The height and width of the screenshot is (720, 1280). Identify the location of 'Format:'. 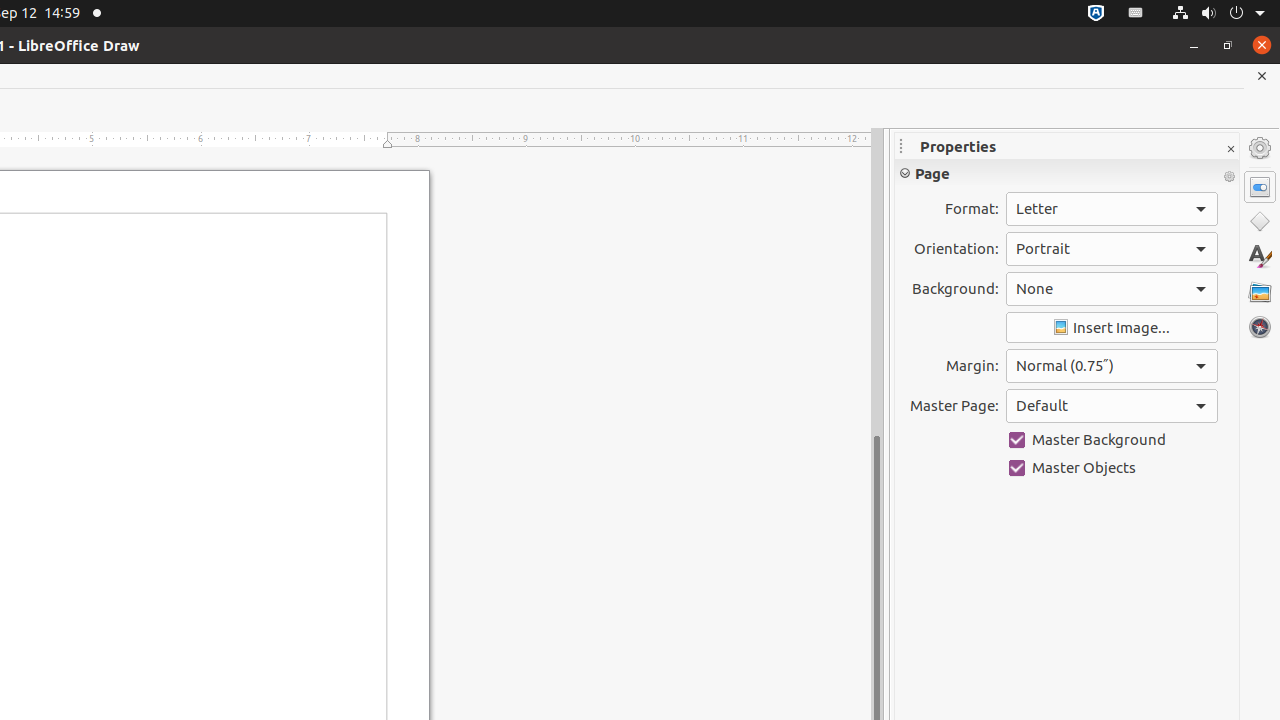
(1110, 209).